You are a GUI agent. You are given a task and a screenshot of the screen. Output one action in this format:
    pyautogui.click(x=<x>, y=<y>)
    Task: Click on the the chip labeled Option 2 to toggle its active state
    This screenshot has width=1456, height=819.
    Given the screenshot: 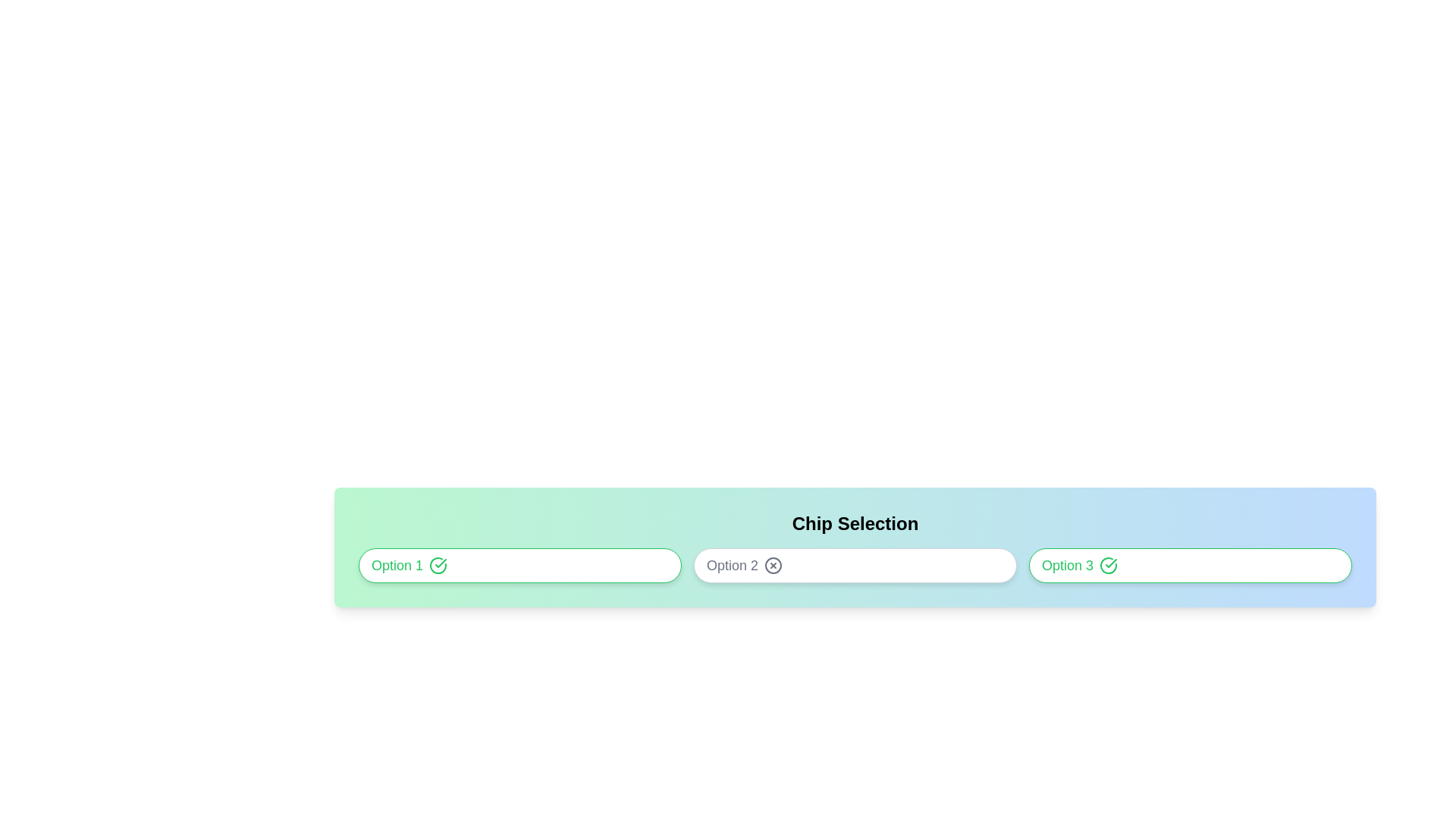 What is the action you would take?
    pyautogui.click(x=855, y=565)
    